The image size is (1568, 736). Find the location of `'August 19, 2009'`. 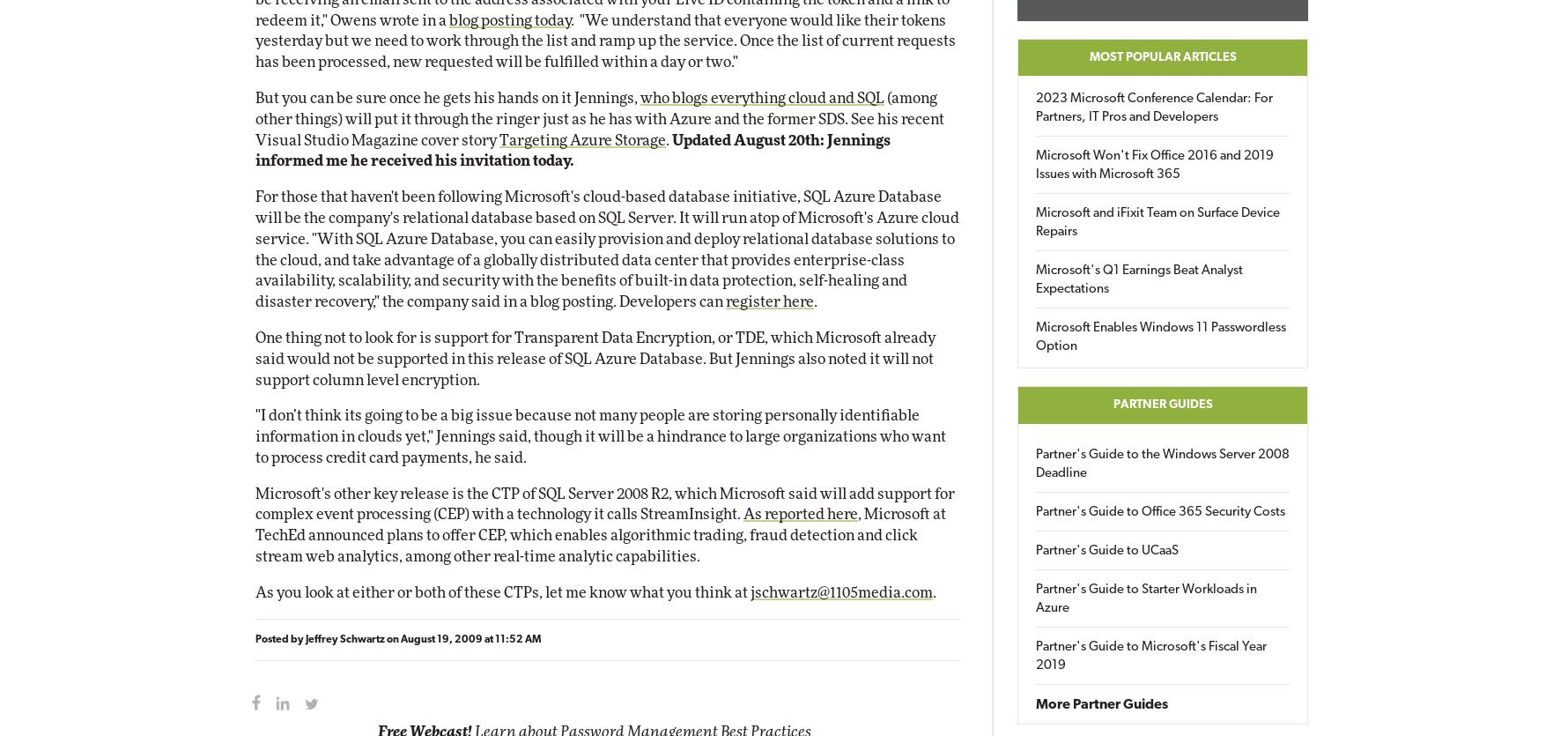

'August 19, 2009' is located at coordinates (441, 639).